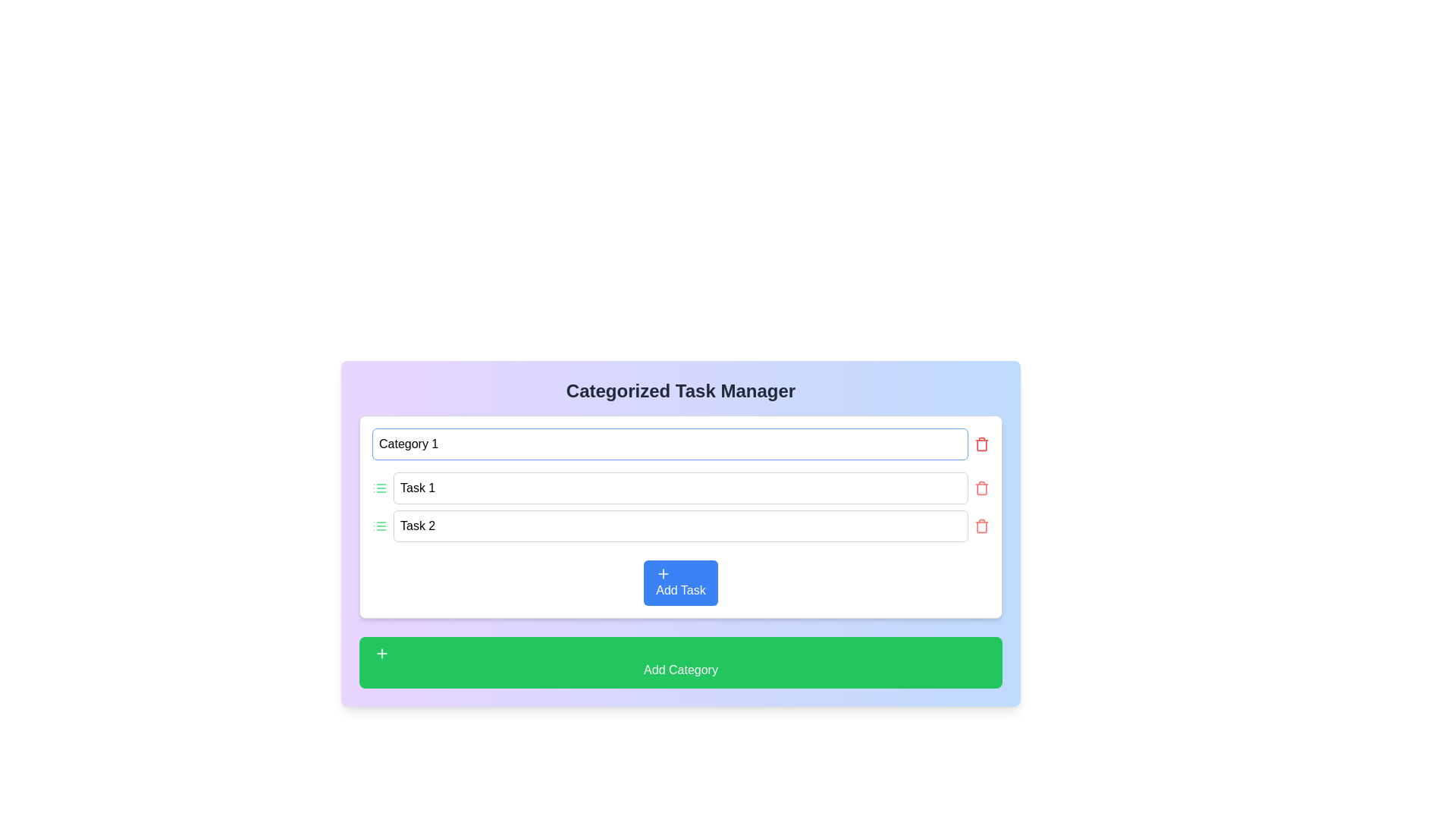  I want to click on the second trash icon button located to the right of the 'Task 1' text input field, so click(982, 488).